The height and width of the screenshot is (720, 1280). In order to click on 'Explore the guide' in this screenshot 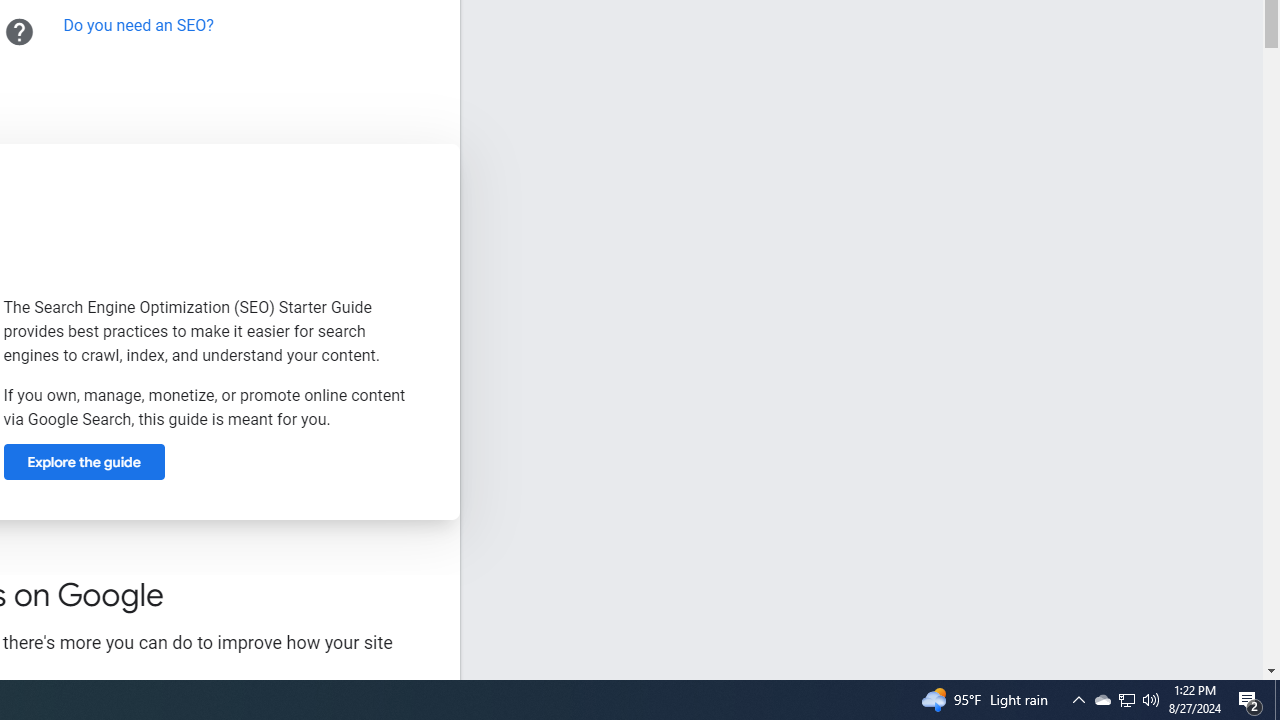, I will do `click(82, 462)`.